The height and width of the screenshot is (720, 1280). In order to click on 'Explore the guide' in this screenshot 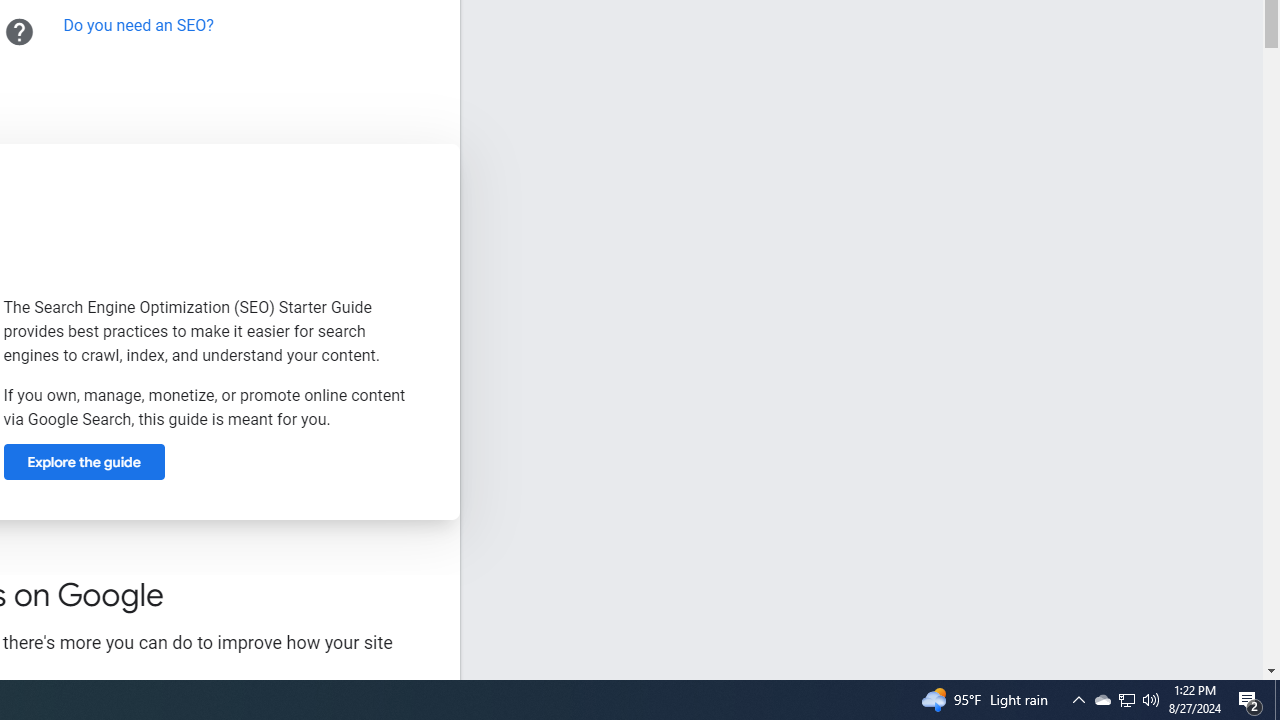, I will do `click(82, 462)`.